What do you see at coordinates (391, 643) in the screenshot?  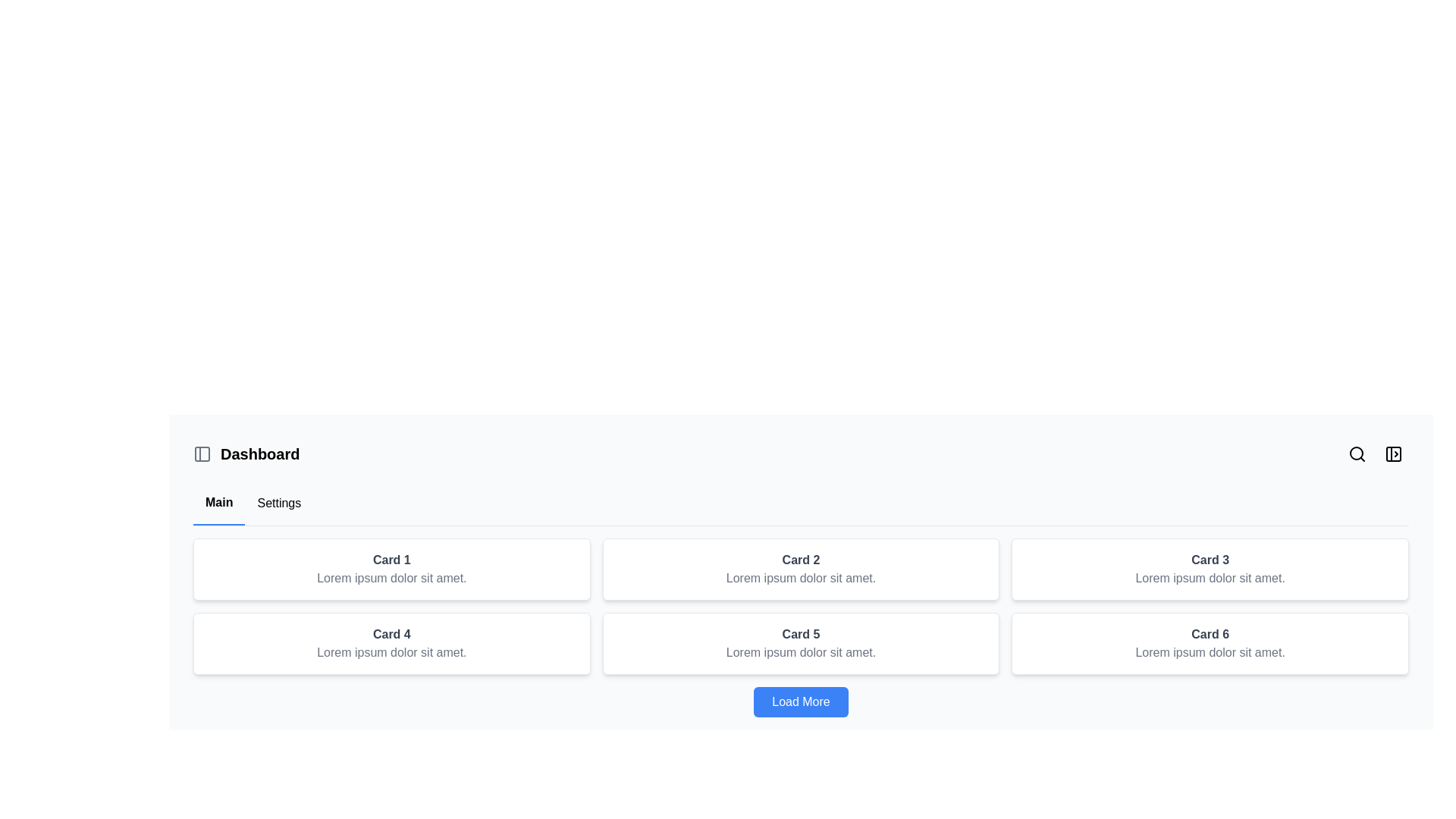 I see `the information contained within the card labeled 'Card 4', which features a light-colored background and includes bold text 'Card 4' and regular text 'Lorem ipsum dolor sit amet.'` at bounding box center [391, 643].